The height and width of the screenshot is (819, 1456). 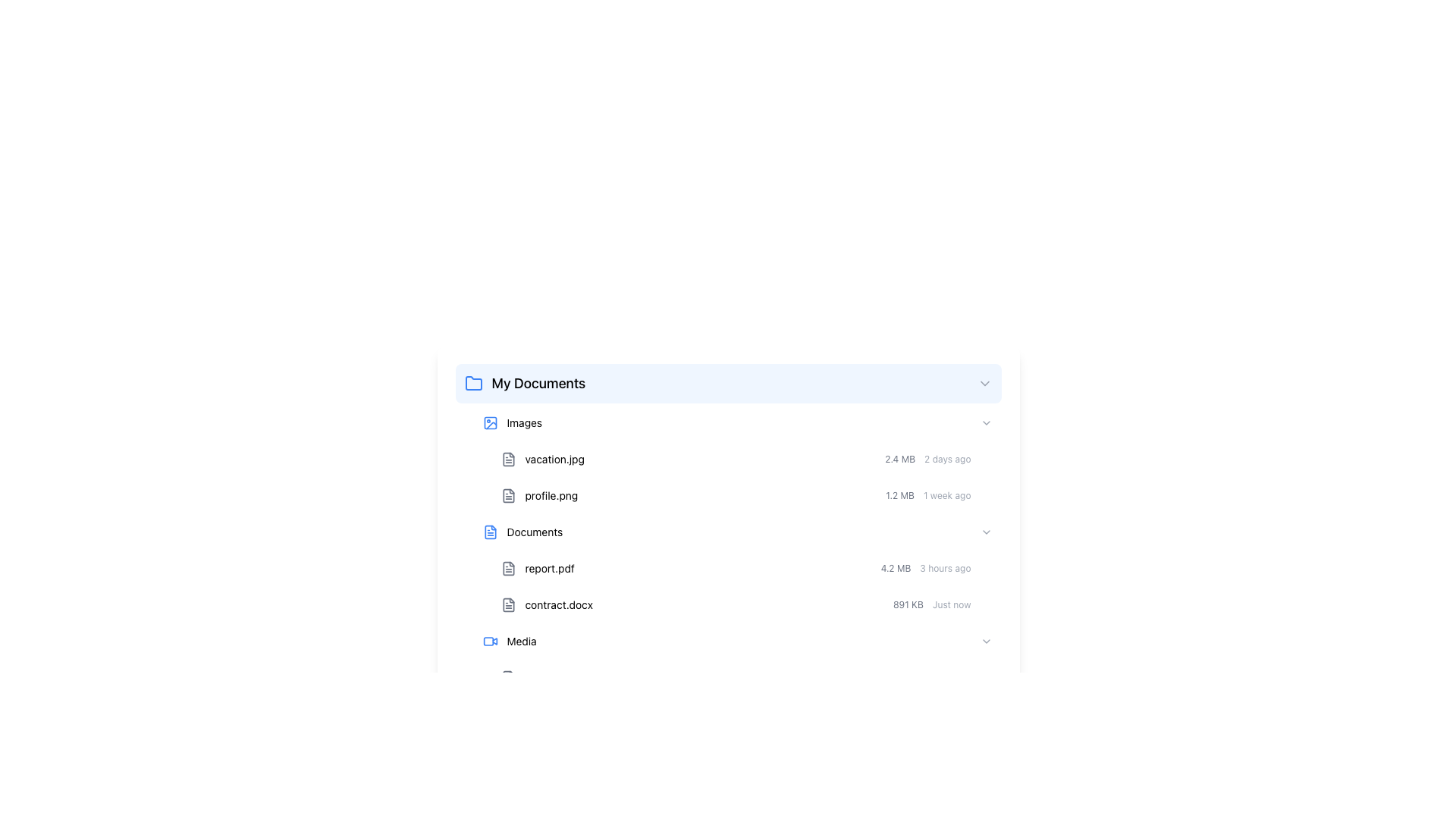 What do you see at coordinates (737, 568) in the screenshot?
I see `the file entry 'report.pdf' from the structured list in the 'Documents' section` at bounding box center [737, 568].